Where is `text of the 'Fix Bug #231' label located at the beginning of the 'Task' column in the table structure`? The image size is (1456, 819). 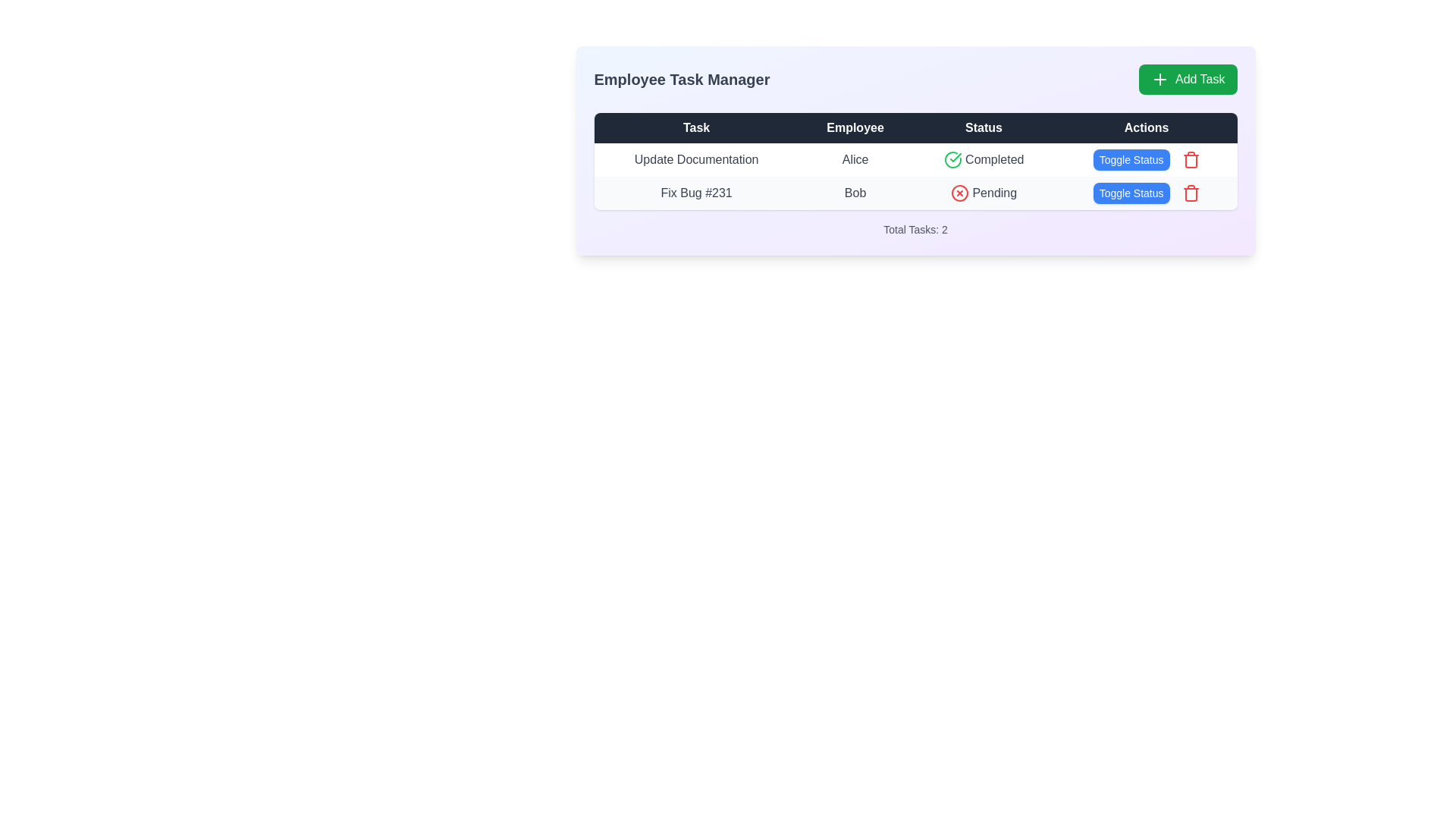
text of the 'Fix Bug #231' label located at the beginning of the 'Task' column in the table structure is located at coordinates (695, 192).